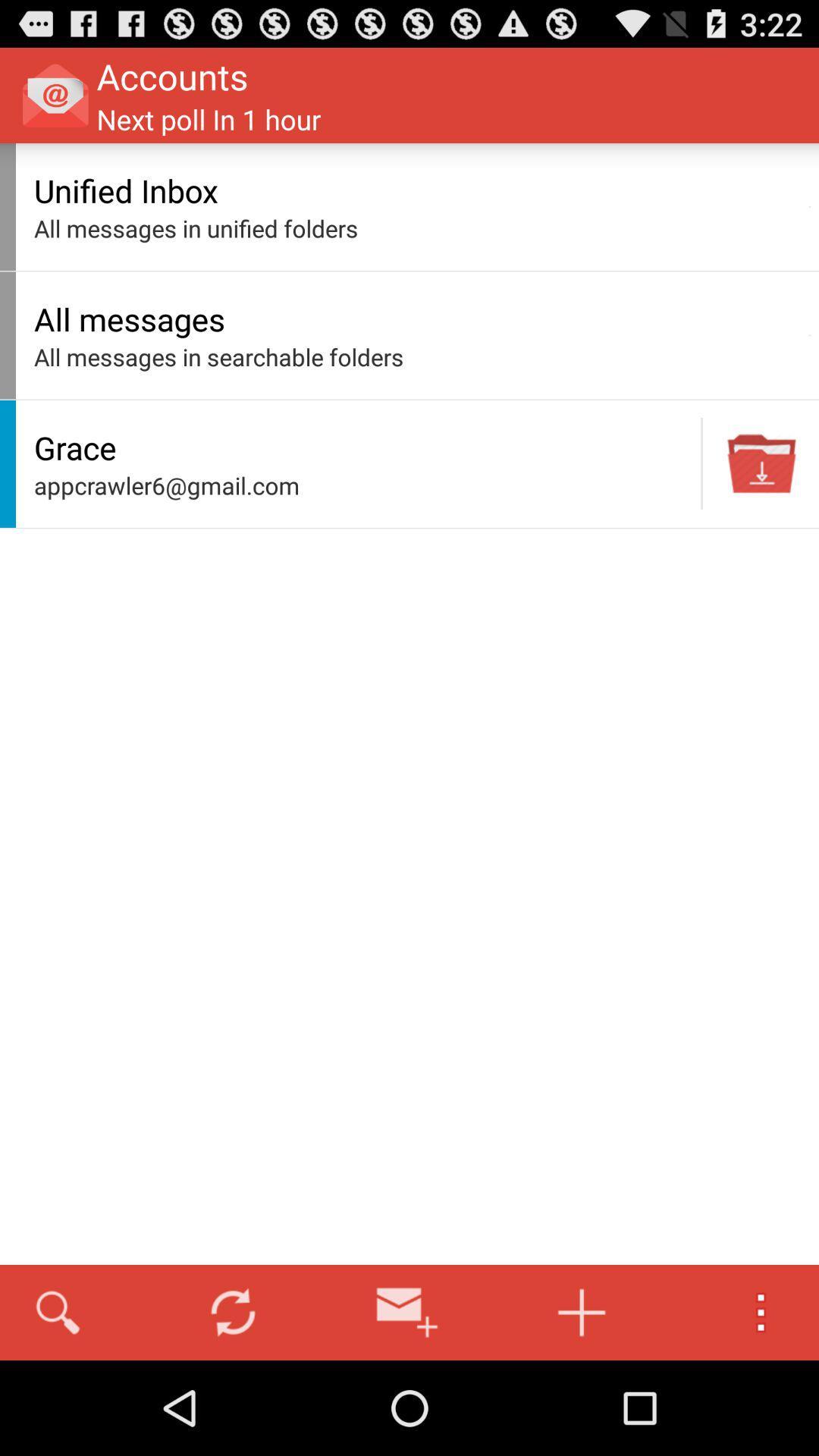  Describe the element at coordinates (417, 190) in the screenshot. I see `unified inbox item` at that location.